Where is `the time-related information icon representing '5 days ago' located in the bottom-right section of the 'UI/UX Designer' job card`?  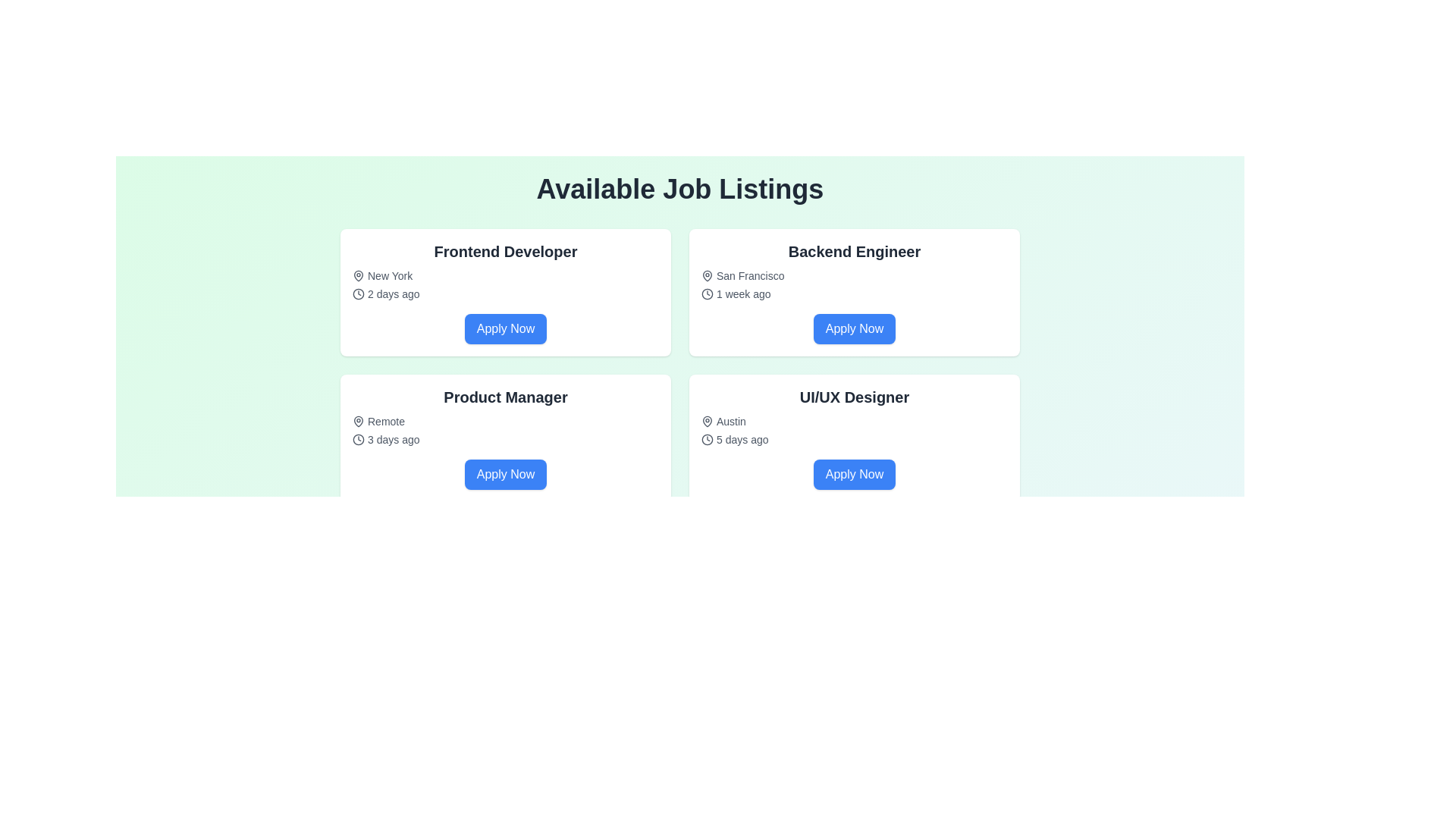
the time-related information icon representing '5 days ago' located in the bottom-right section of the 'UI/UX Designer' job card is located at coordinates (706, 439).